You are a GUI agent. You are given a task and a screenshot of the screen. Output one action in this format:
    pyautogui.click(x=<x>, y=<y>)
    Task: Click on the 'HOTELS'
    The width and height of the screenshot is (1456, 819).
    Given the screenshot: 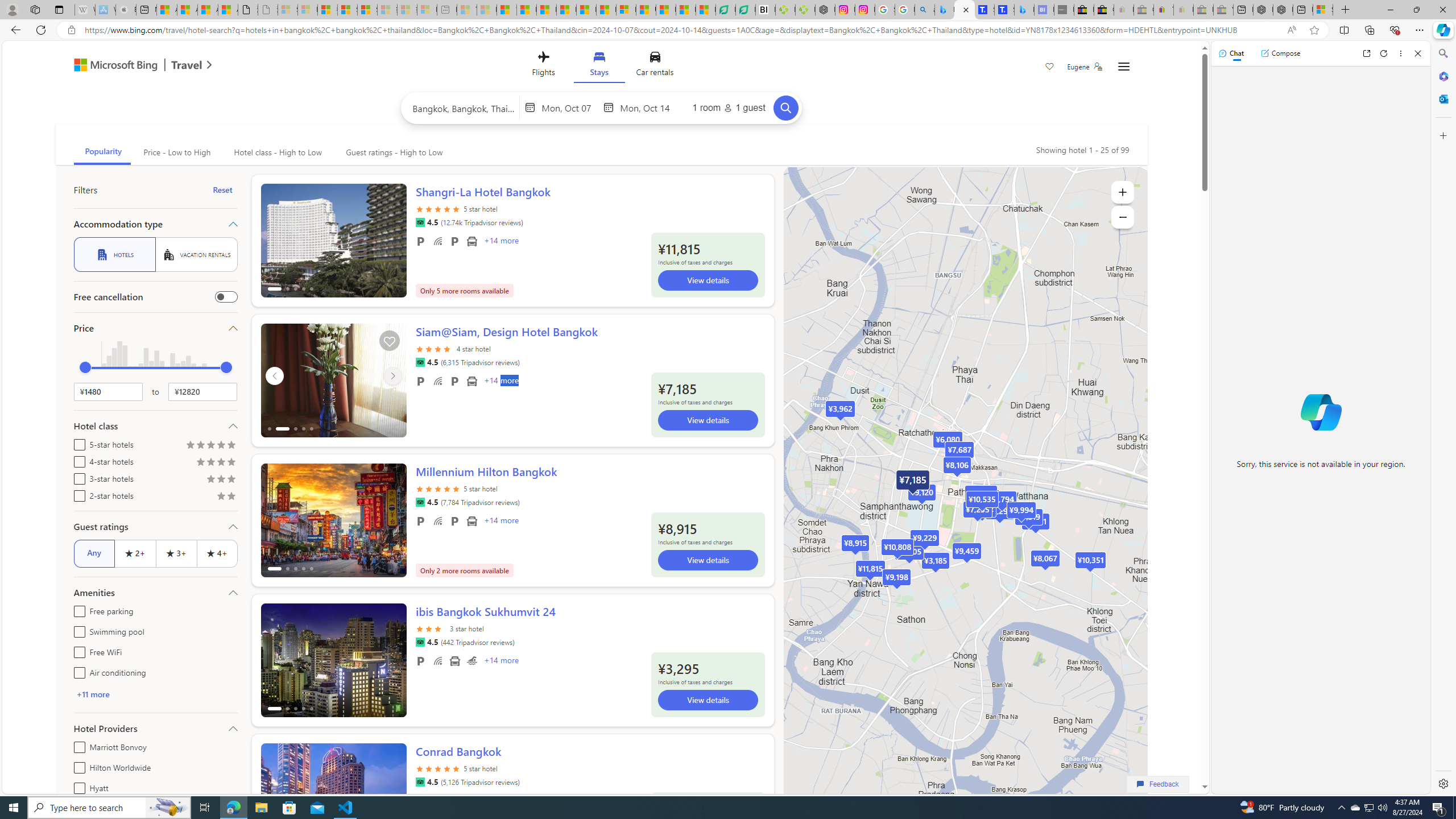 What is the action you would take?
    pyautogui.click(x=113, y=254)
    